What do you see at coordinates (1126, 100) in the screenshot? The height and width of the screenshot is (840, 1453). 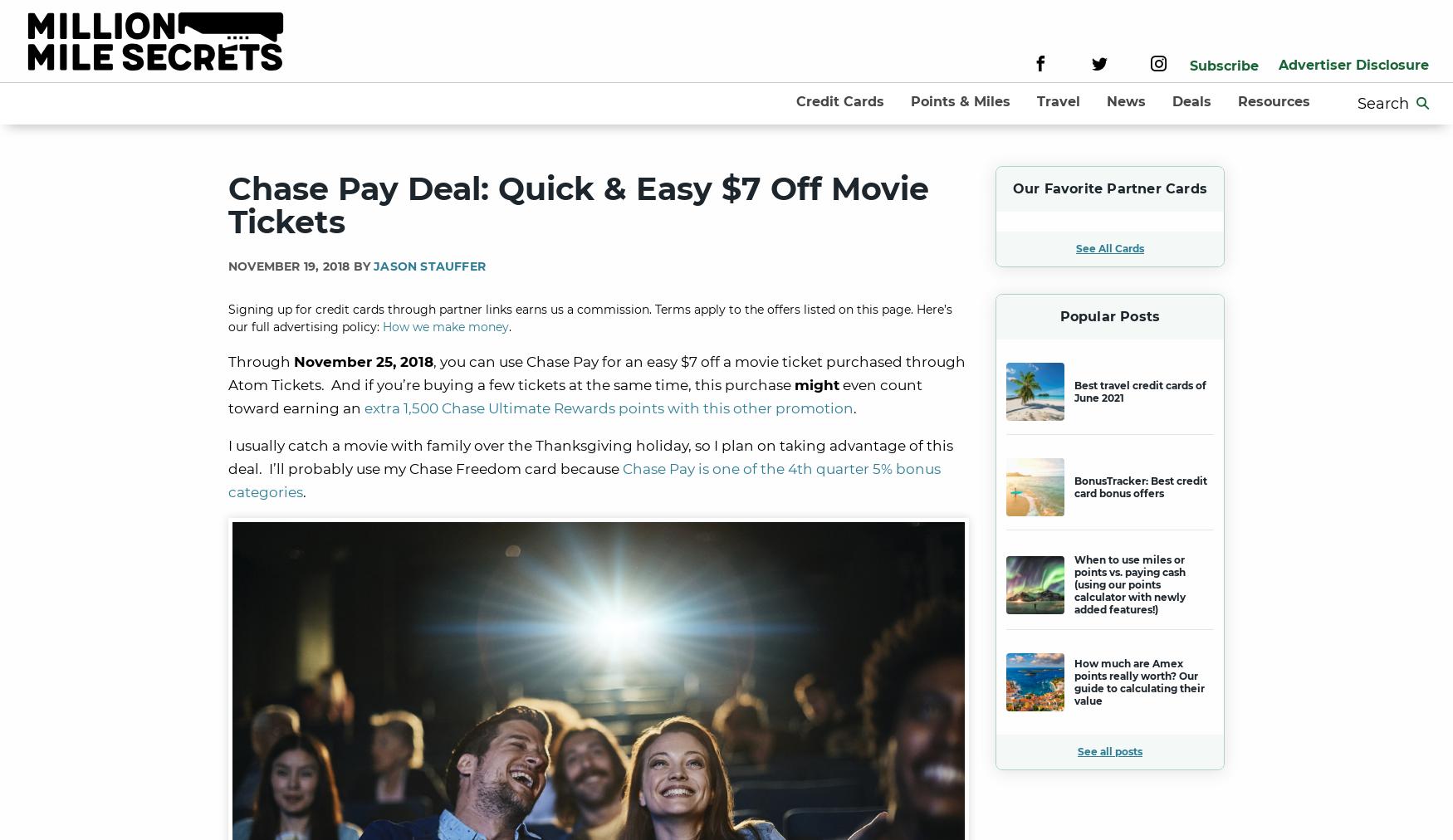 I see `'News'` at bounding box center [1126, 100].